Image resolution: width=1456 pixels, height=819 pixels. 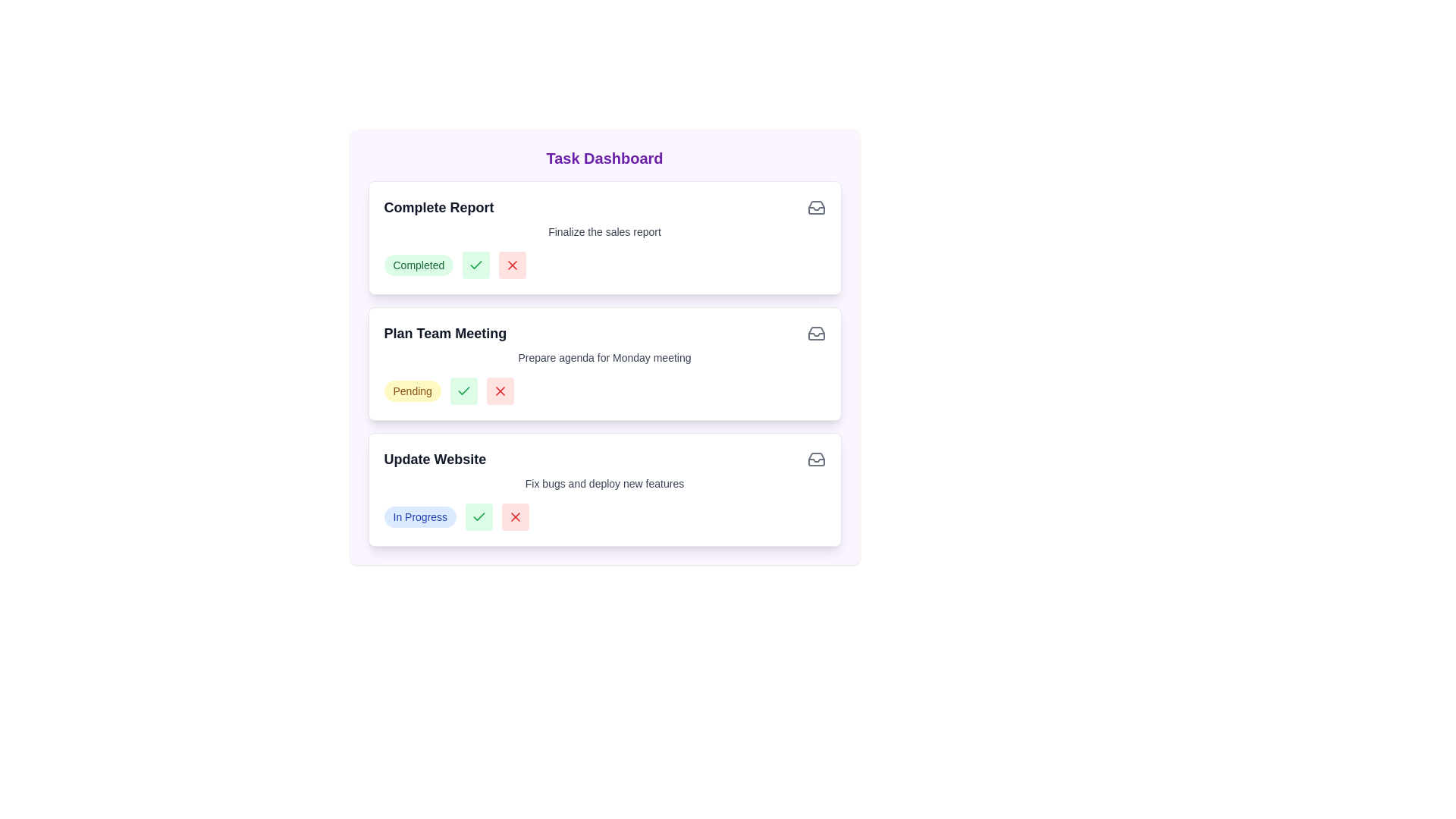 I want to click on 'Completed' button for the task titled Plan Team Meeting, so click(x=463, y=391).